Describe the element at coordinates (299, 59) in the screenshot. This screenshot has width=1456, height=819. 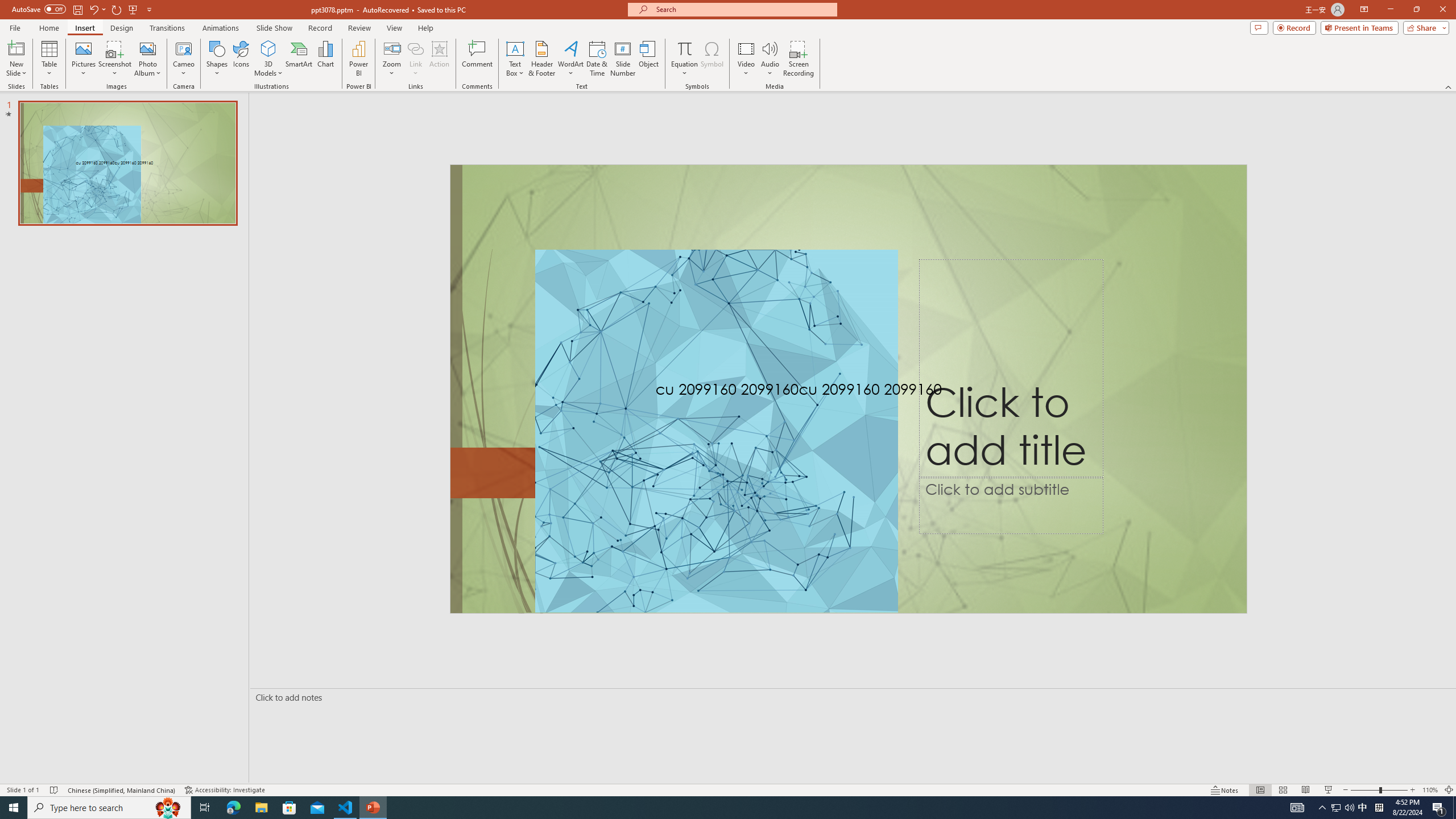
I see `'SmartArt...'` at that location.